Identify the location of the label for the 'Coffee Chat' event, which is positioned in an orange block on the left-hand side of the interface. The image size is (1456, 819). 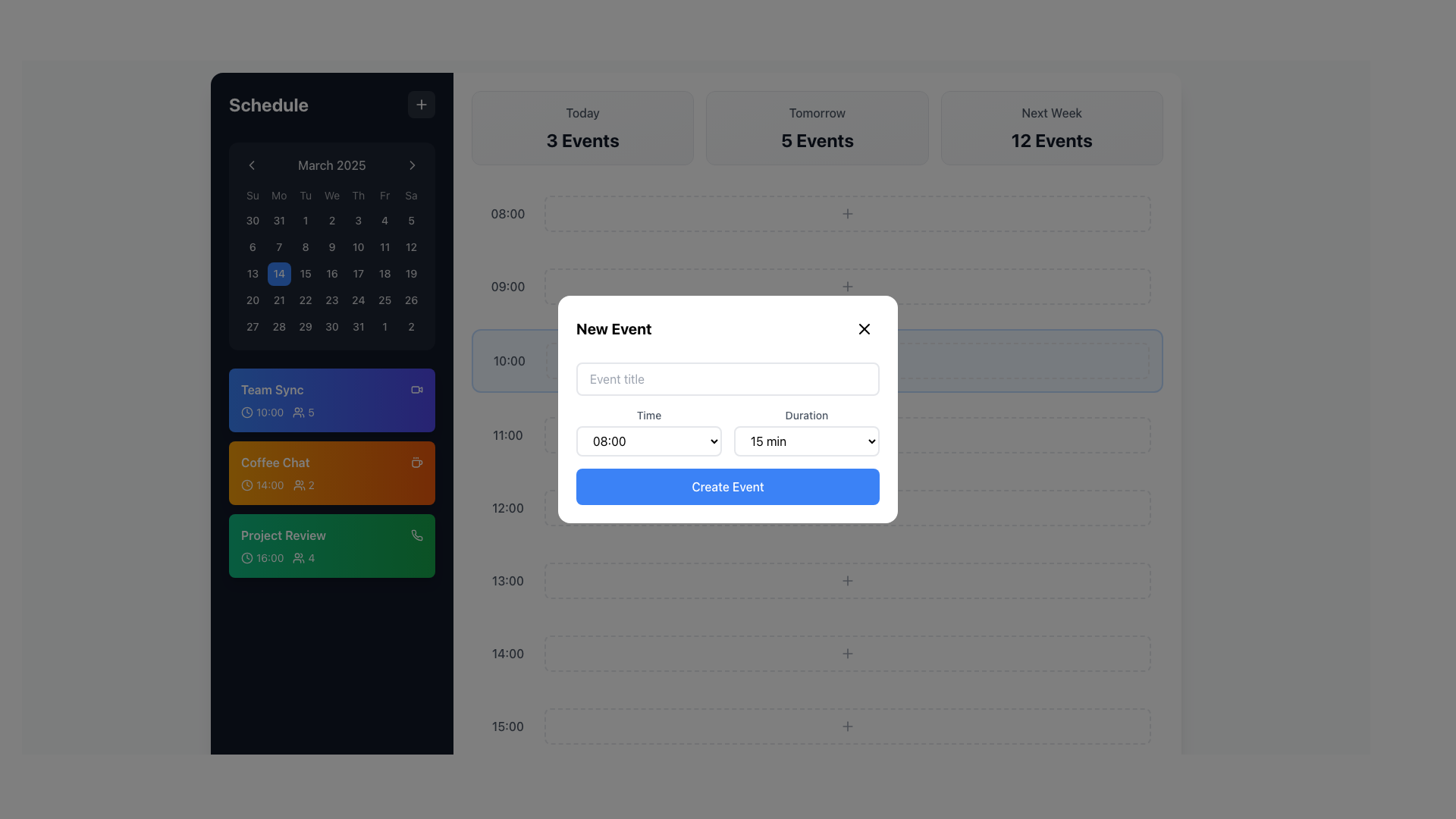
(275, 462).